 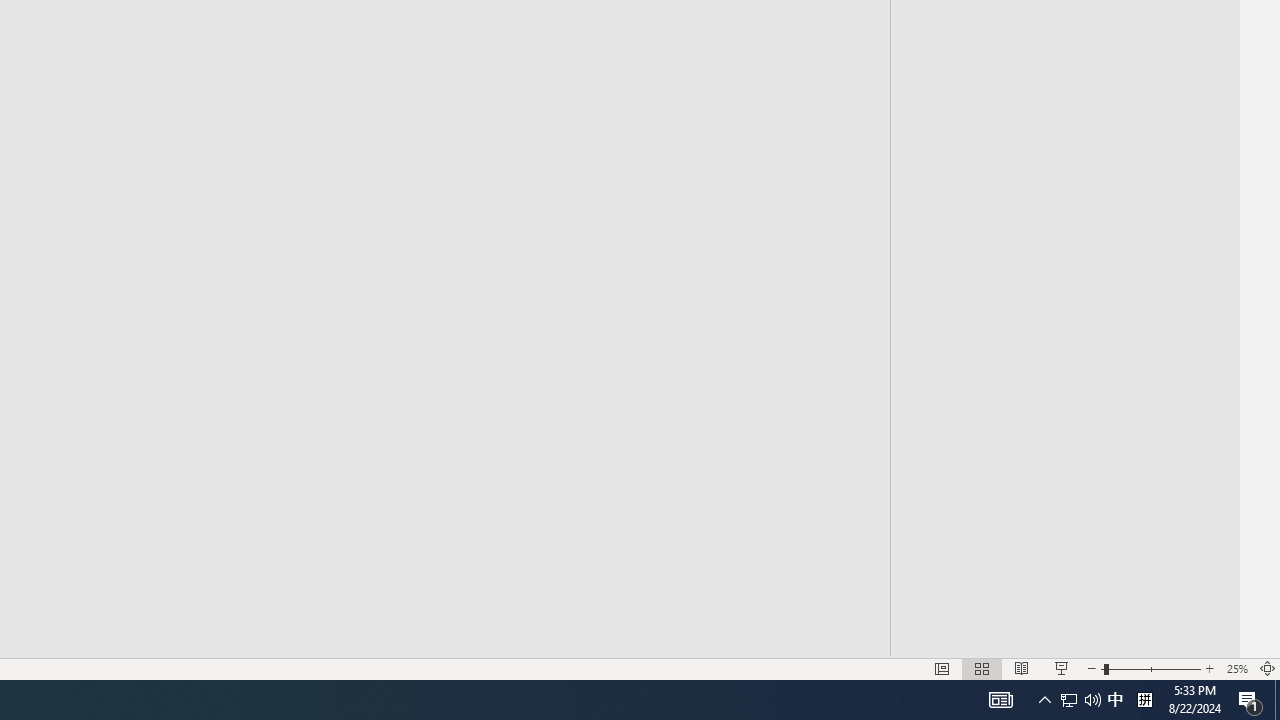 I want to click on 'Zoom 25%', so click(x=1236, y=669).